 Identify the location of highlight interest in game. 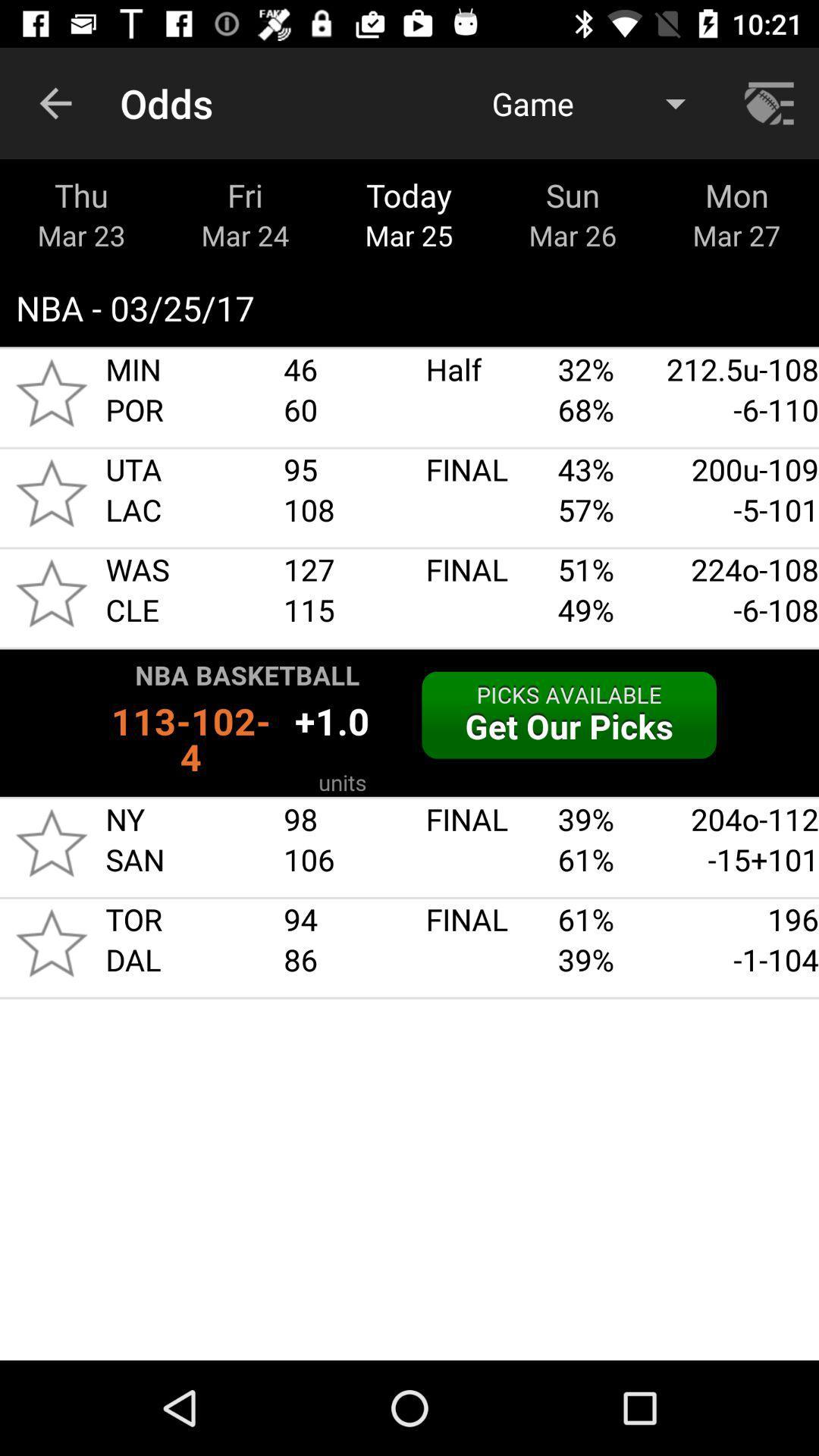
(51, 942).